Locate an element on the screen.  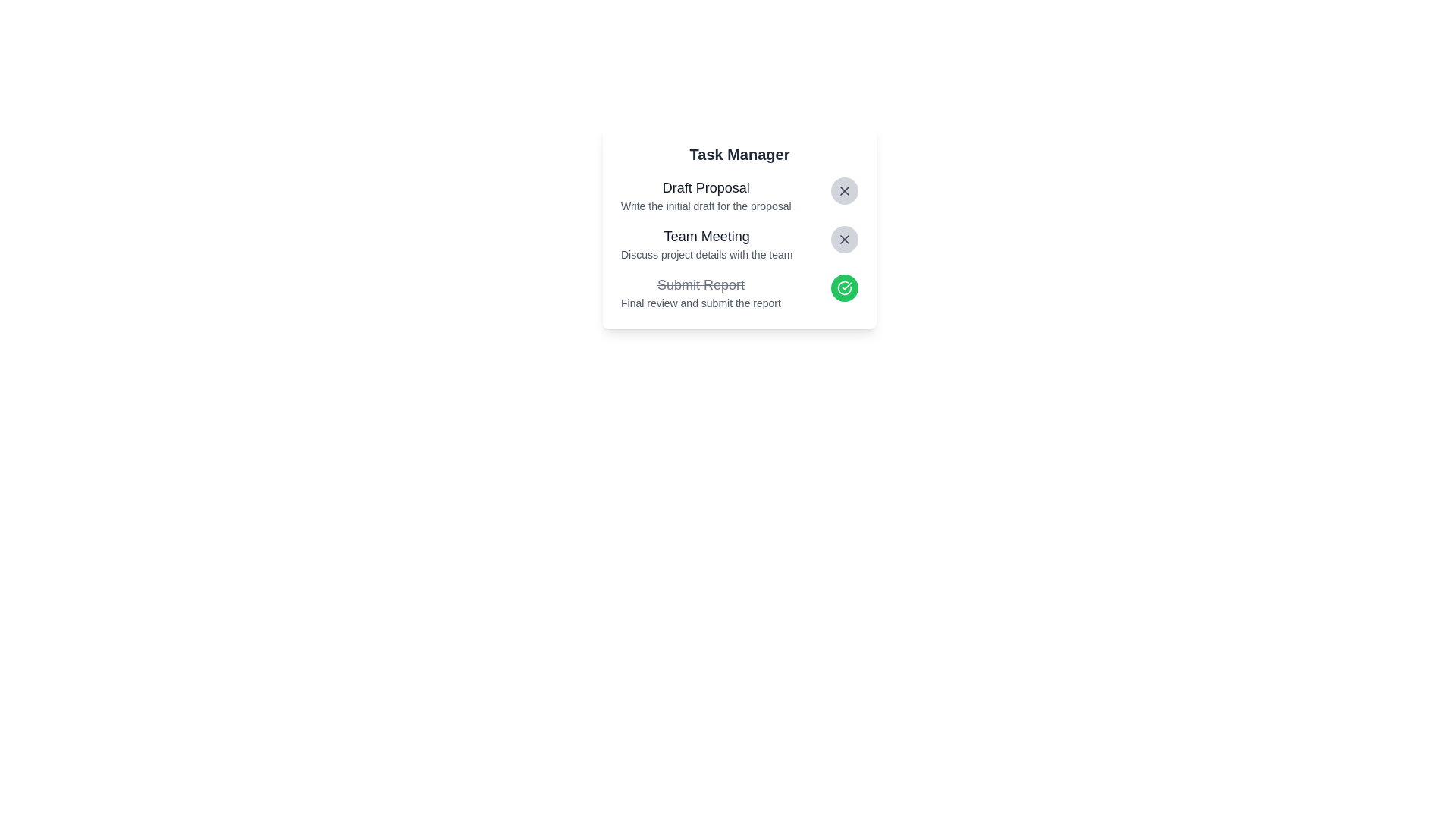
the circular green button with a white checkmark icon located to the right of the 'Submit Report' task text in the 'Task Manager' section to mark the task as complete is located at coordinates (843, 288).